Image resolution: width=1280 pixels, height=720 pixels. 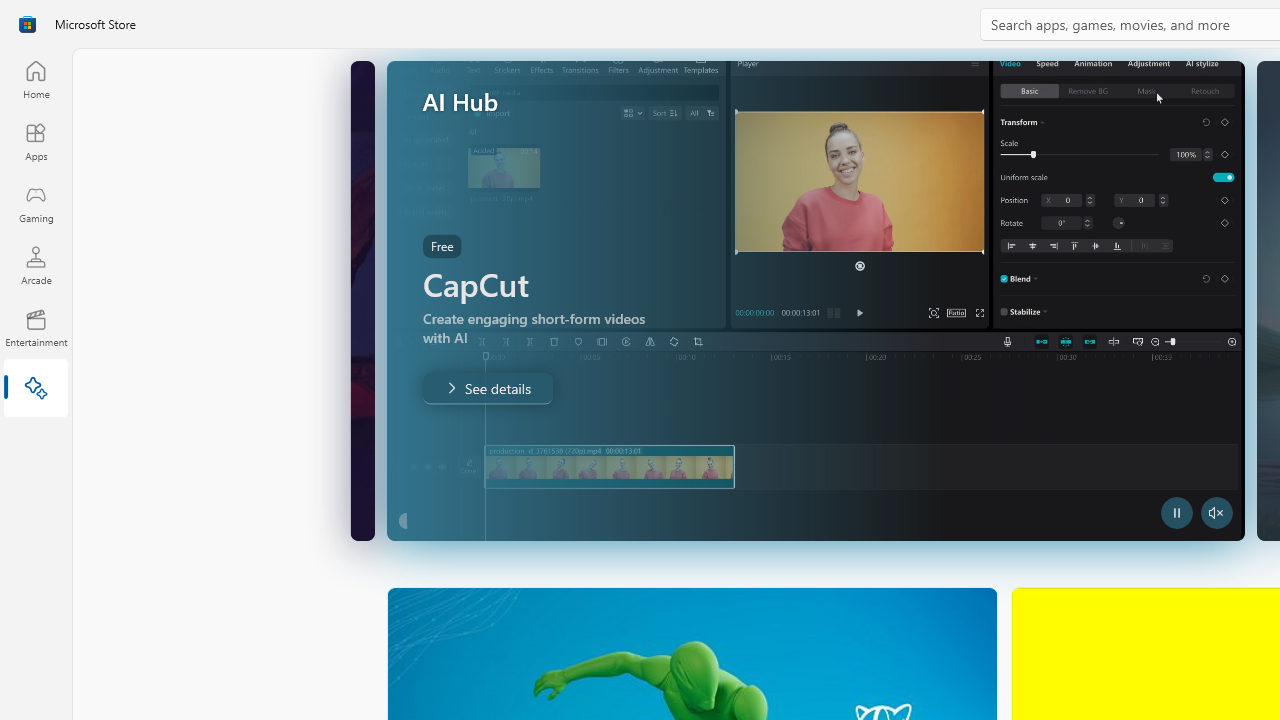 I want to click on 'Unmute', so click(x=1215, y=512).